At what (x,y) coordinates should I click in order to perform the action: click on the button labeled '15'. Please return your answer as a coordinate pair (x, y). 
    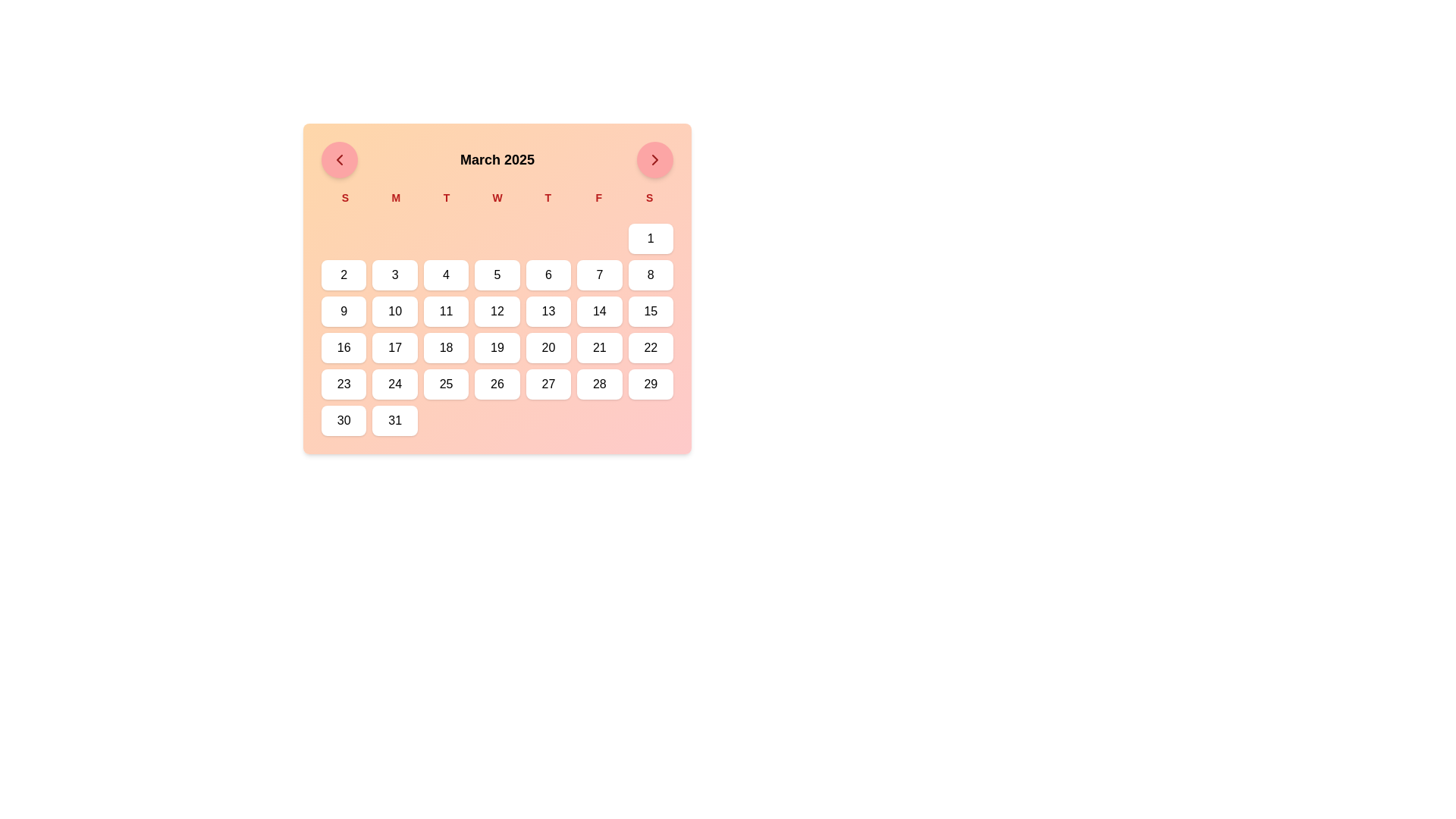
    Looking at the image, I should click on (651, 311).